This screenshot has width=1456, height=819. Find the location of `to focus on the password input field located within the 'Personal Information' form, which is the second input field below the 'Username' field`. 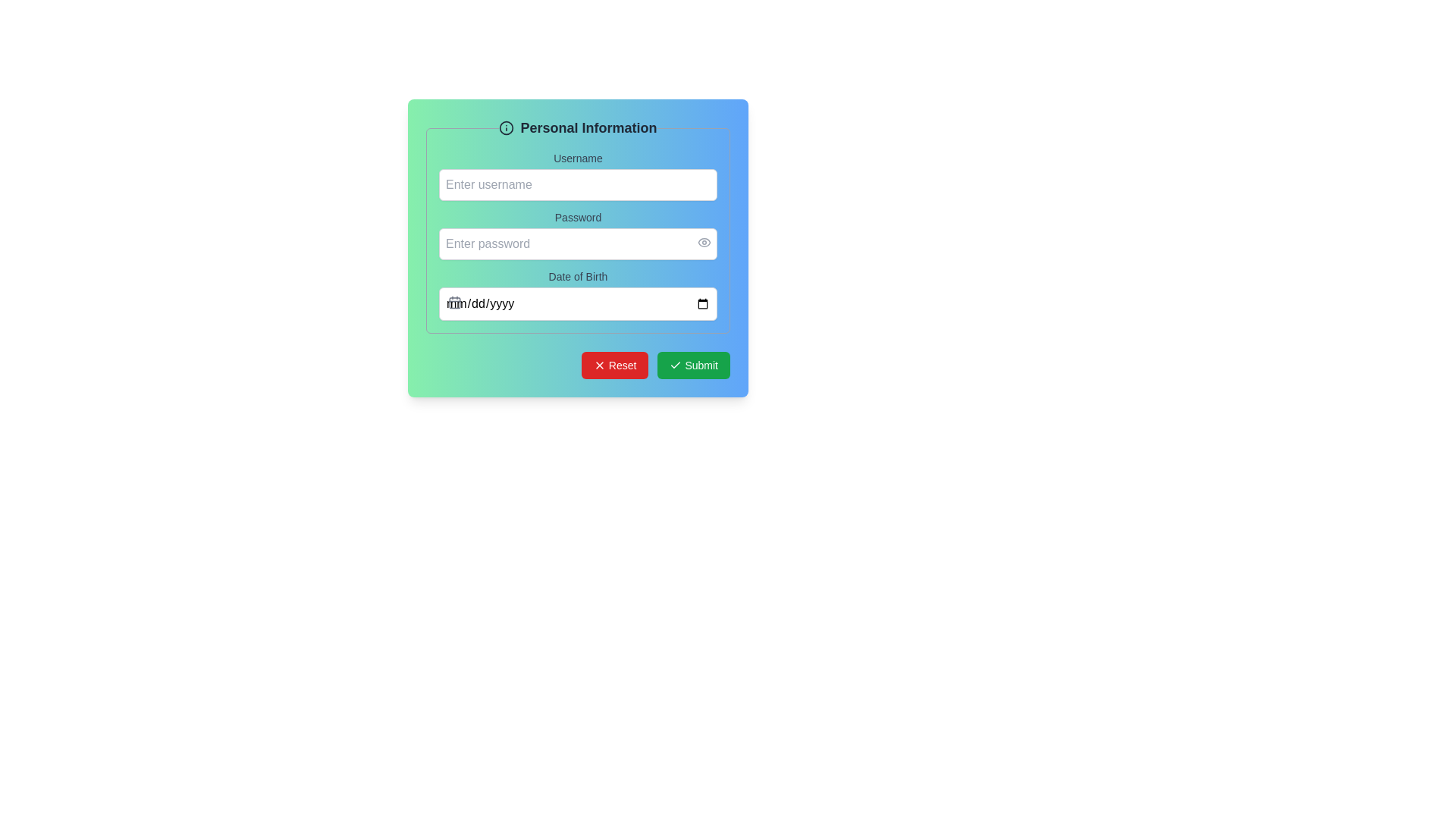

to focus on the password input field located within the 'Personal Information' form, which is the second input field below the 'Username' field is located at coordinates (577, 243).